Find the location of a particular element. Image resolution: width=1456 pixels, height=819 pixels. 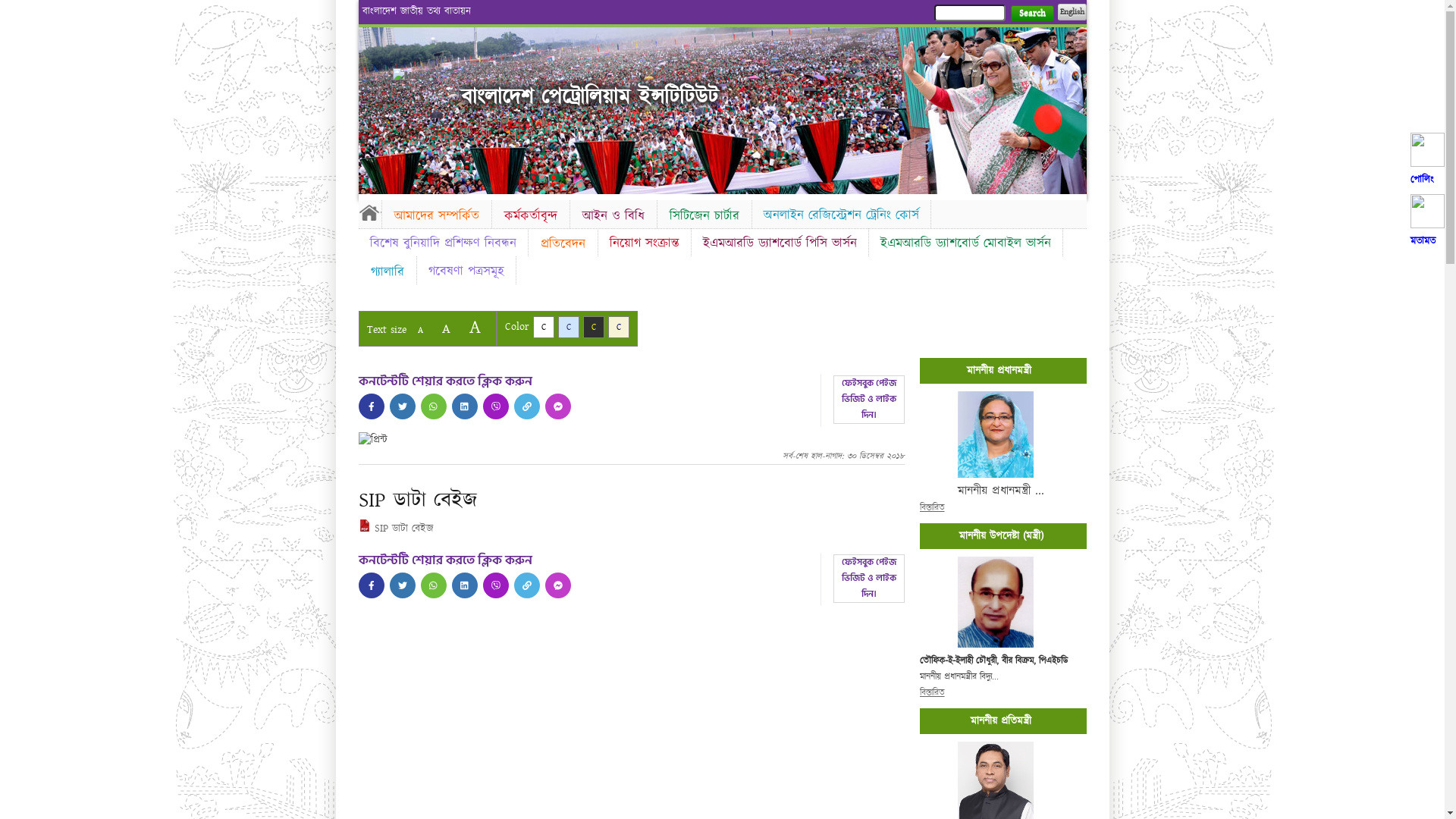

'C' is located at coordinates (532, 326).